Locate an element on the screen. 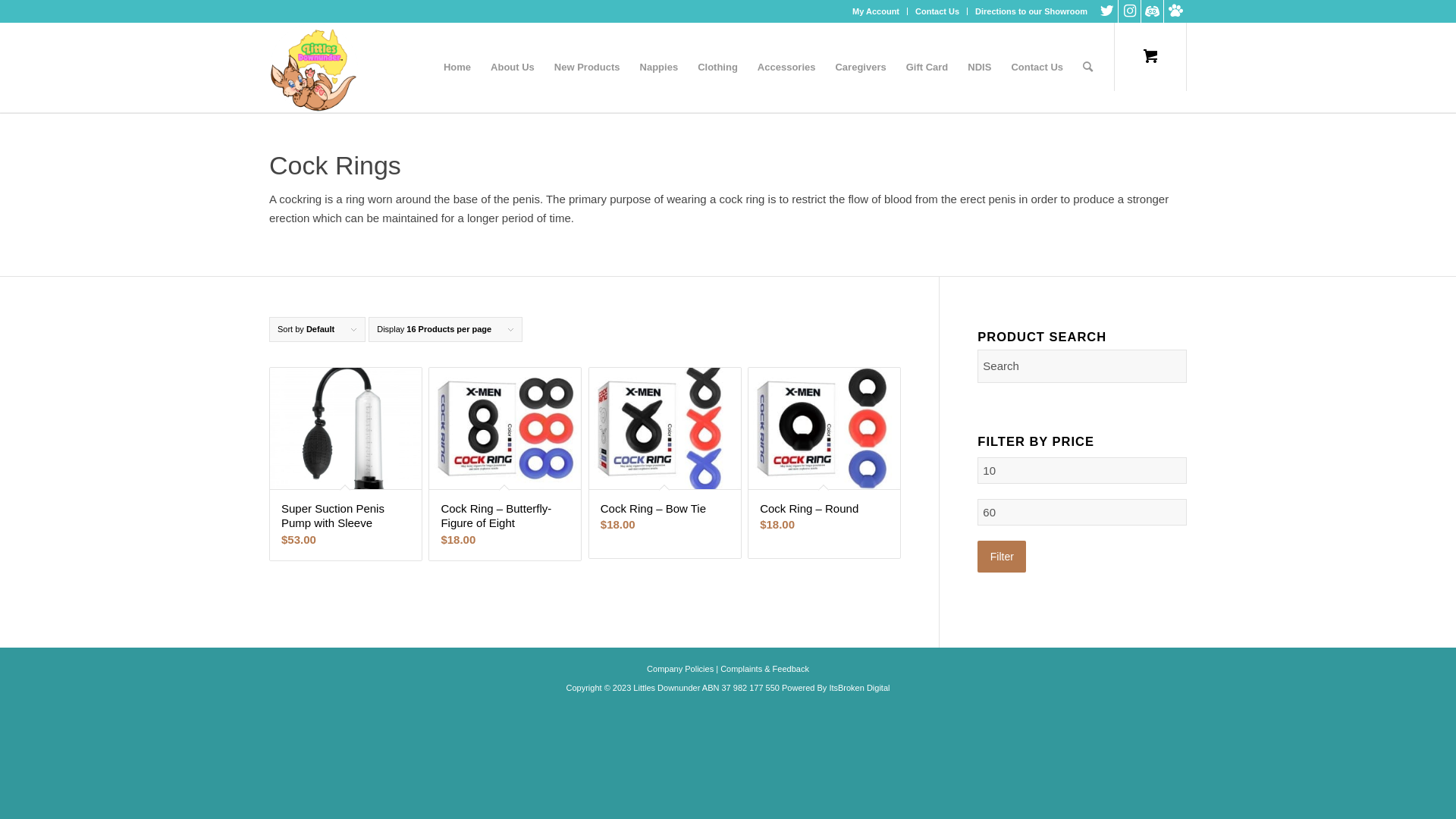  'ItsBroken Digital' is located at coordinates (828, 687).